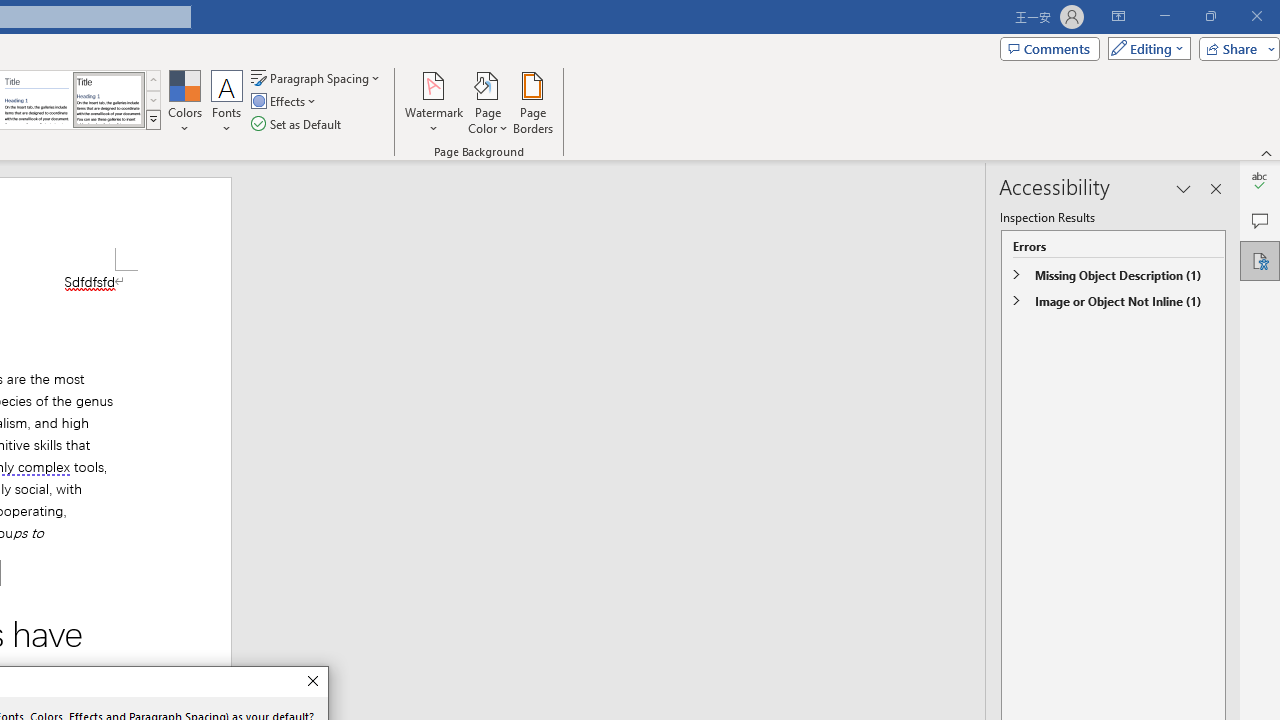  What do you see at coordinates (107, 100) in the screenshot?
I see `'Word 2013'` at bounding box center [107, 100].